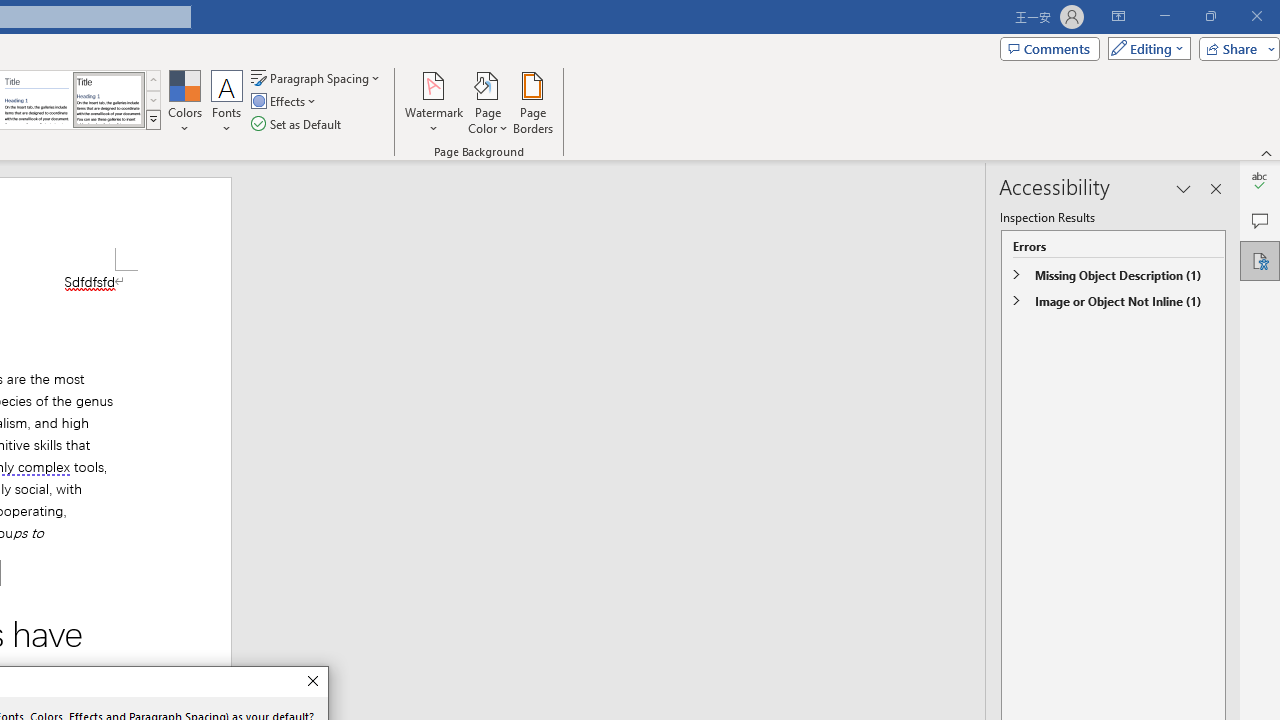  What do you see at coordinates (107, 100) in the screenshot?
I see `'Word 2013'` at bounding box center [107, 100].